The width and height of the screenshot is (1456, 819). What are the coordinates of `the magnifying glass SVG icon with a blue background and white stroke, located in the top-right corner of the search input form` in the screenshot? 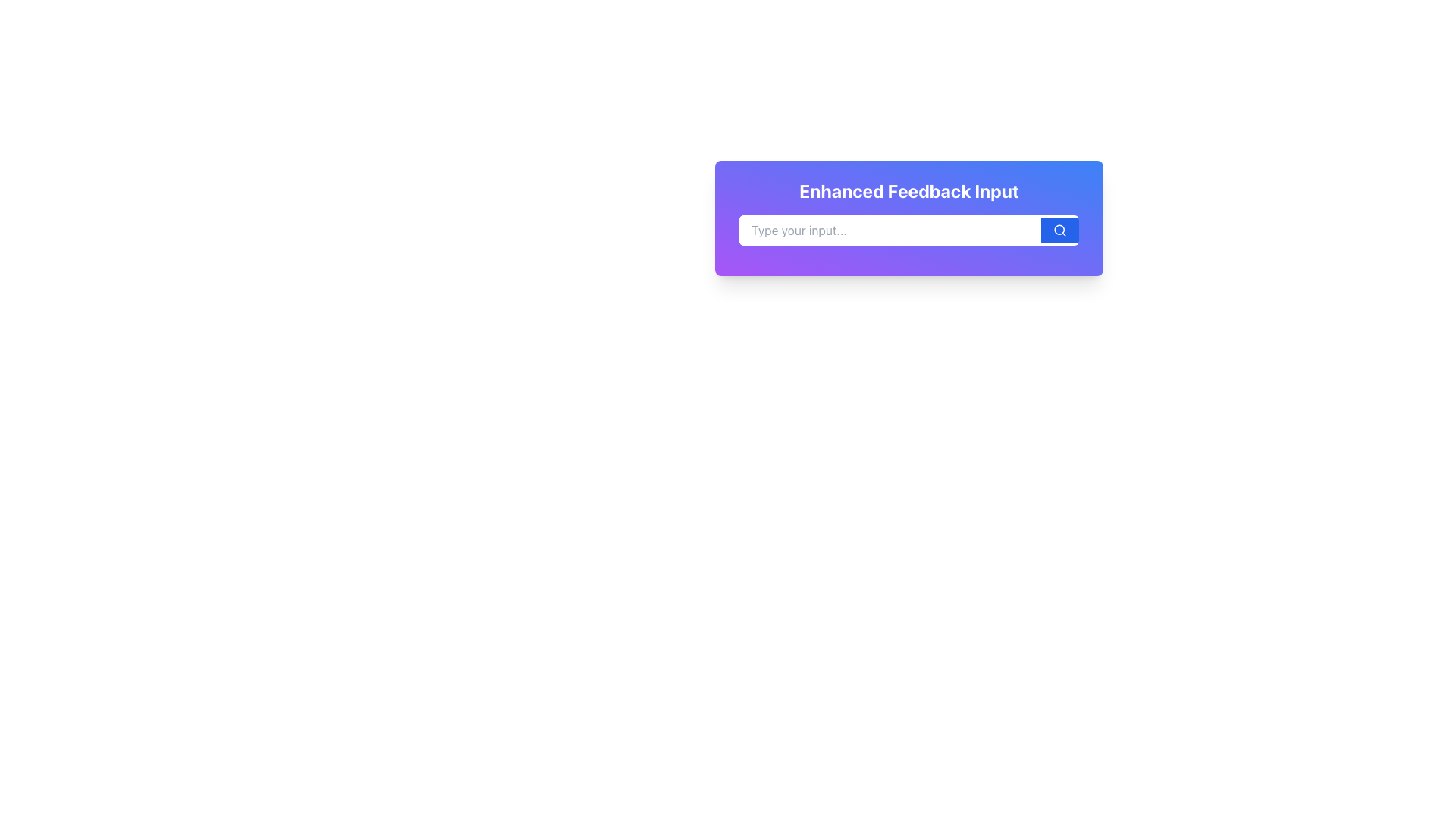 It's located at (1059, 231).